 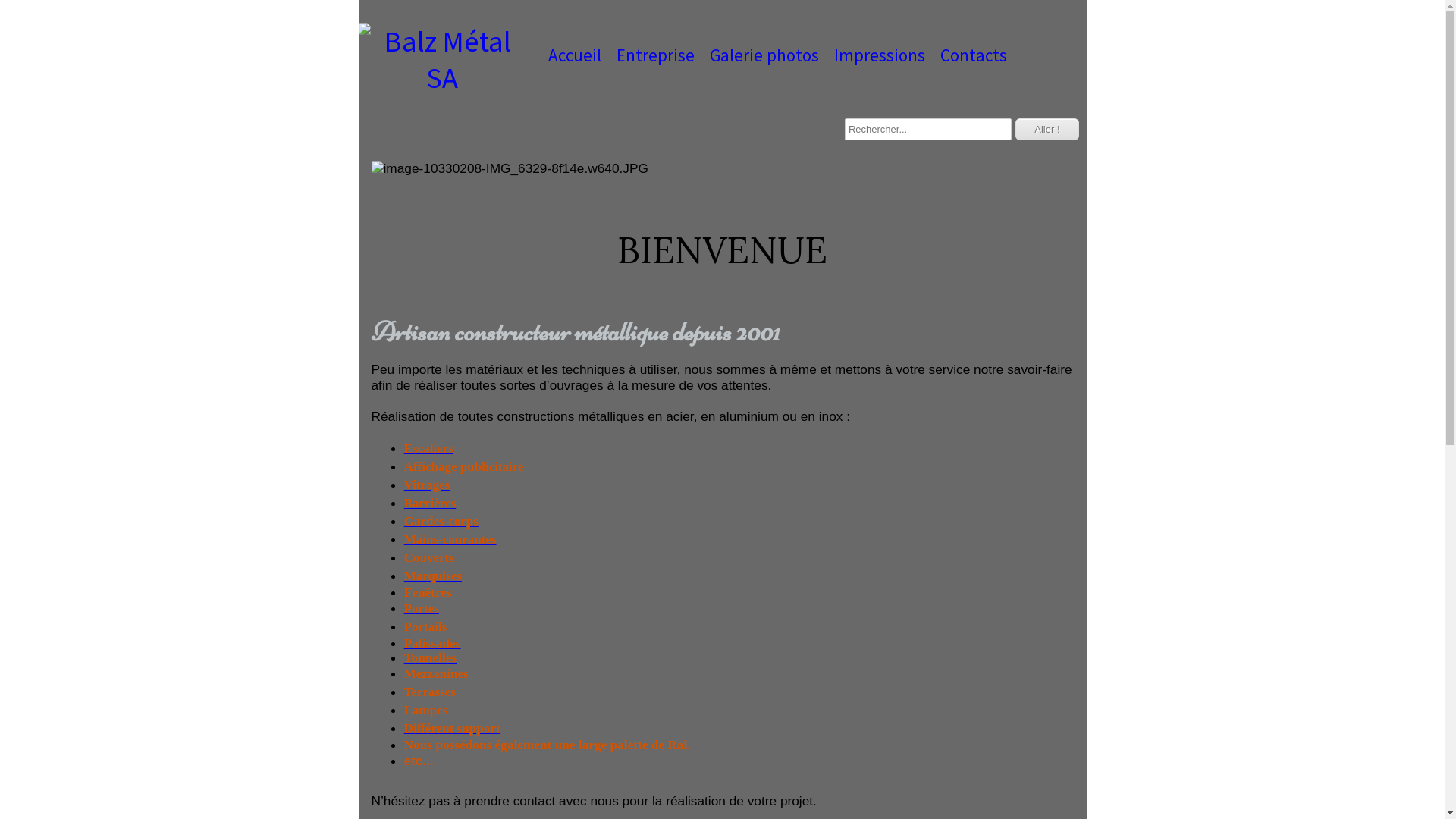 What do you see at coordinates (450, 538) in the screenshot?
I see `'Mains-courantes'` at bounding box center [450, 538].